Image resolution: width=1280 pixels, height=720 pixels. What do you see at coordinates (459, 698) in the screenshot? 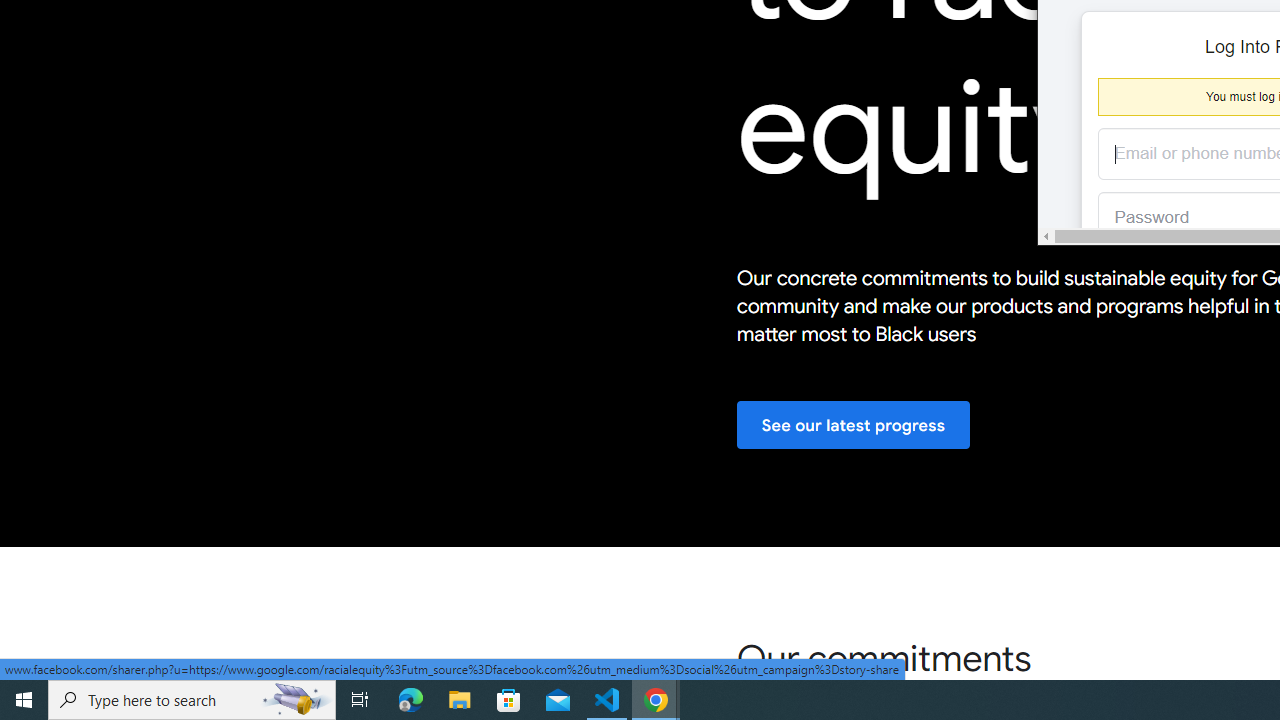
I see `'File Explorer'` at bounding box center [459, 698].